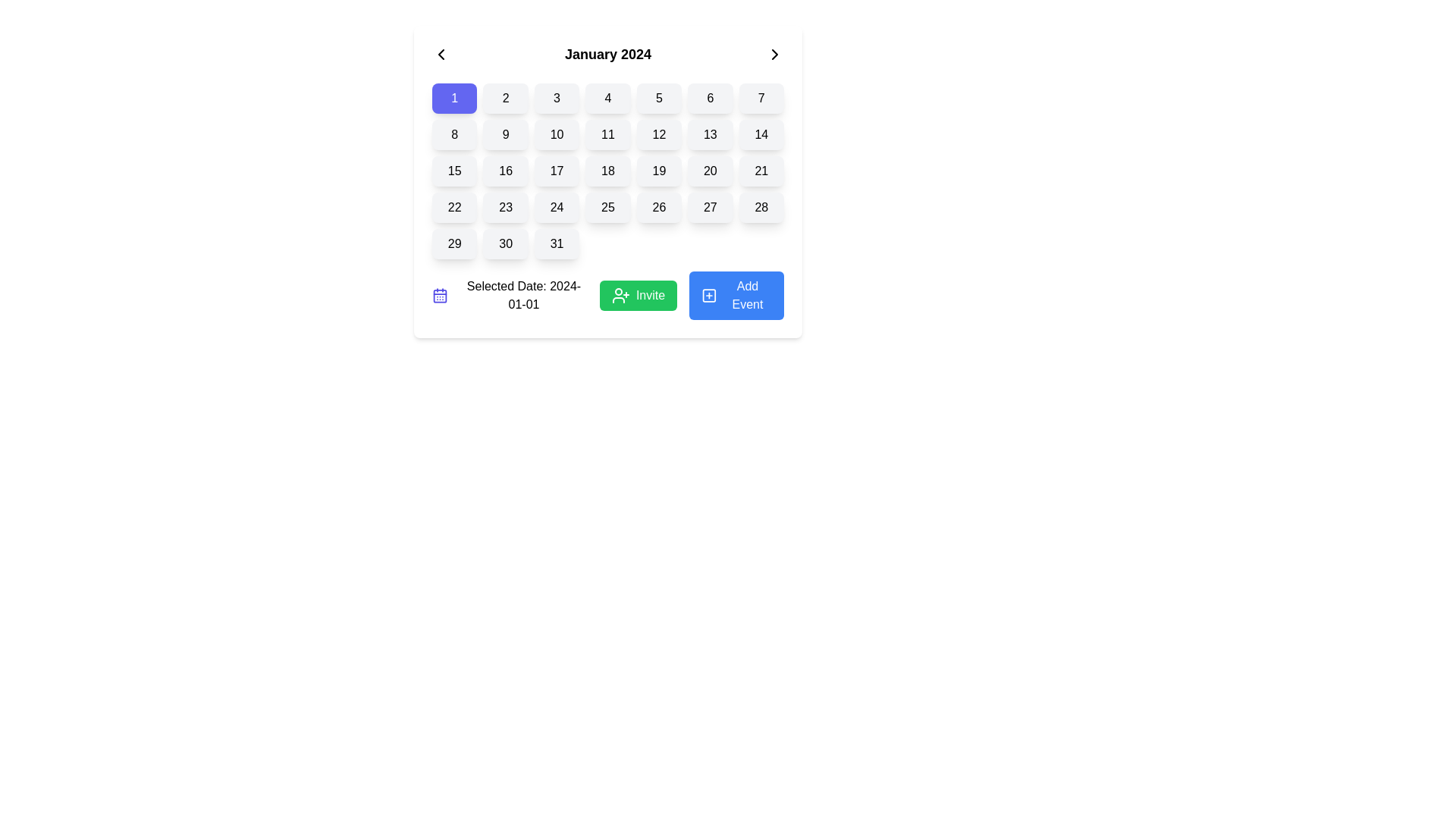 The height and width of the screenshot is (819, 1456). Describe the element at coordinates (708, 295) in the screenshot. I see `the decorative graphical component that serves as a border or background for the plus icon within the 'Add Event' button located in the lower-right corner of the interface` at that location.